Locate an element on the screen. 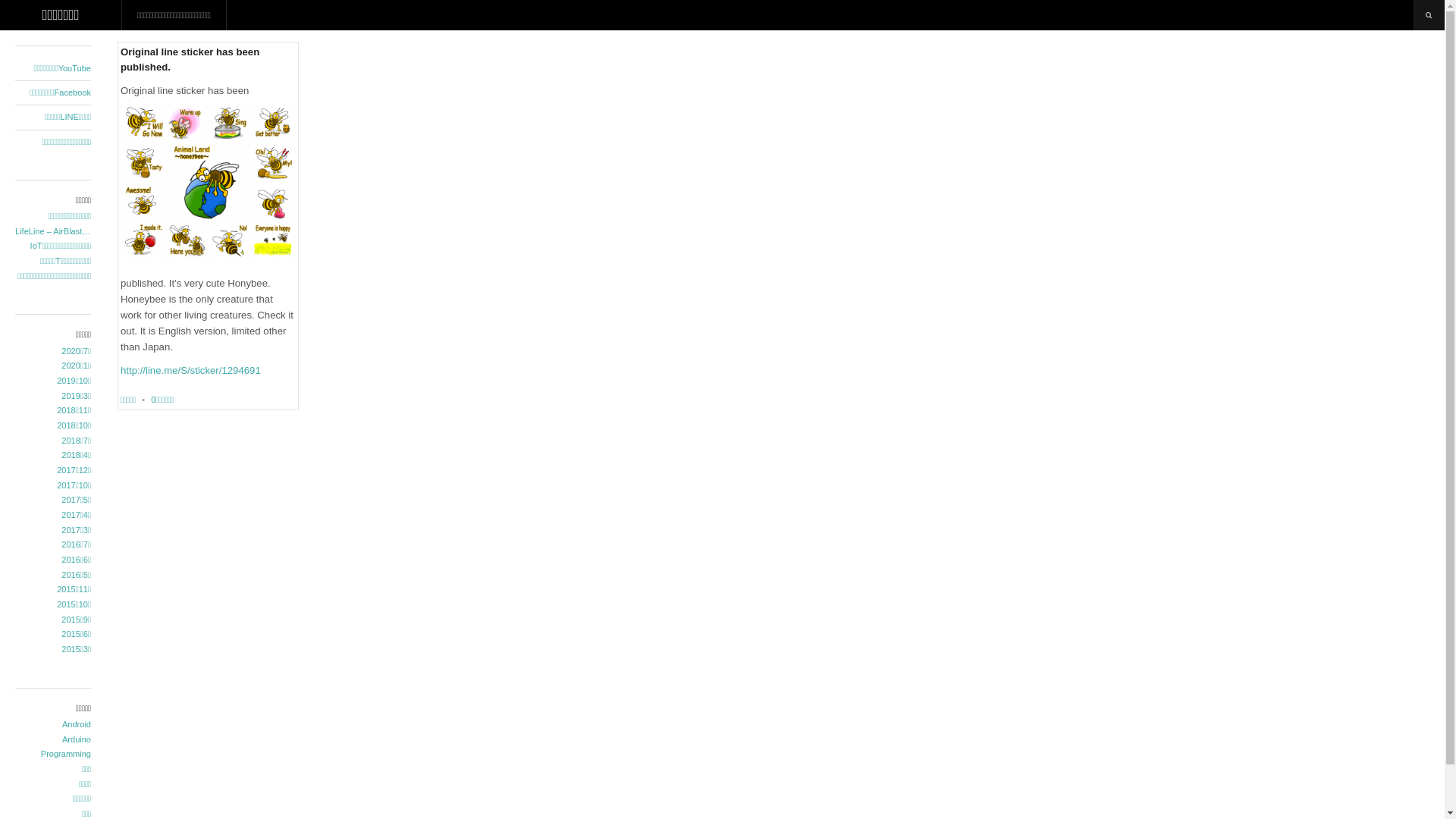 The height and width of the screenshot is (819, 1456). 'Android' is located at coordinates (53, 724).